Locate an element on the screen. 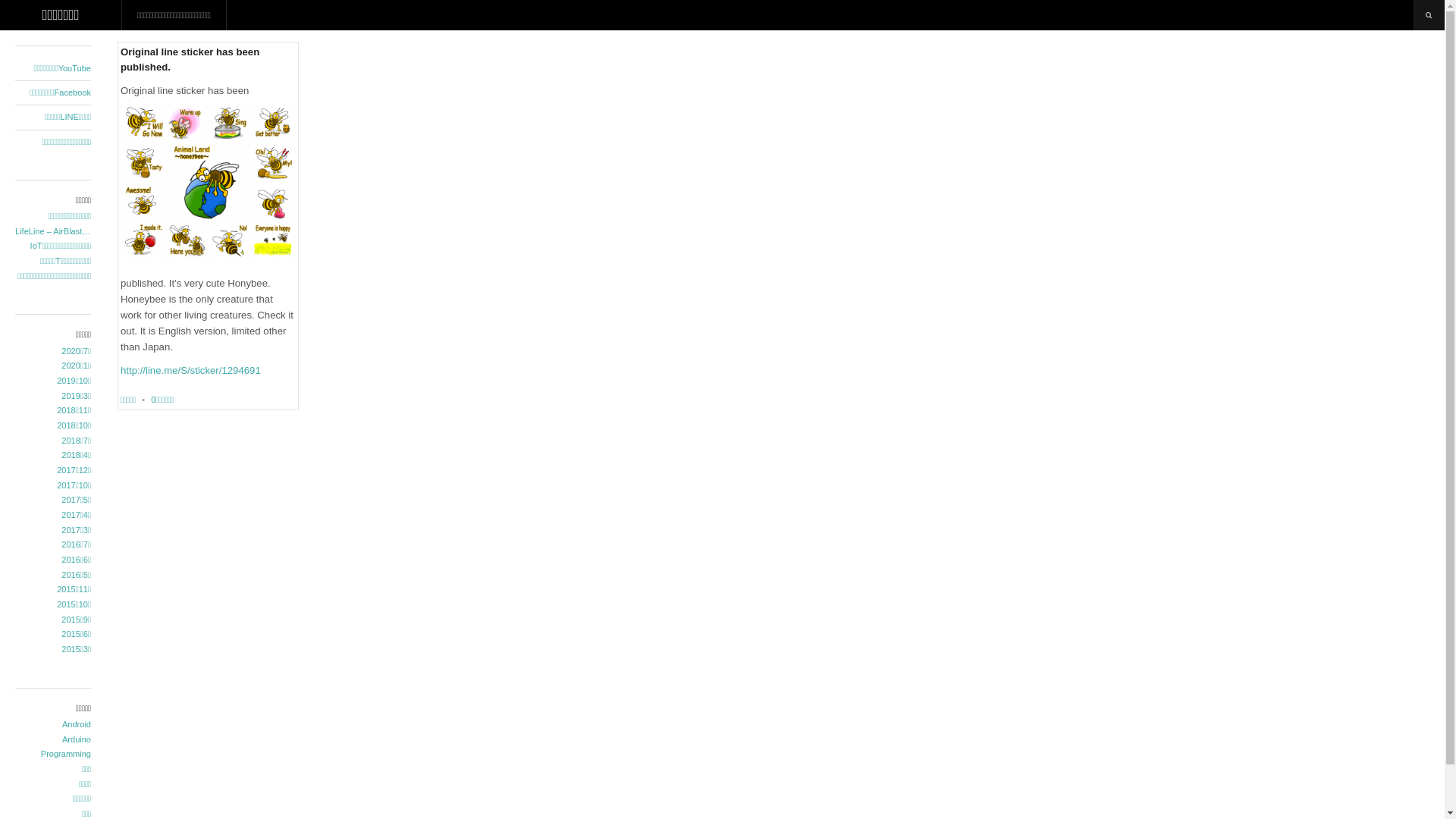 The height and width of the screenshot is (819, 1456). 'Android' is located at coordinates (53, 724).